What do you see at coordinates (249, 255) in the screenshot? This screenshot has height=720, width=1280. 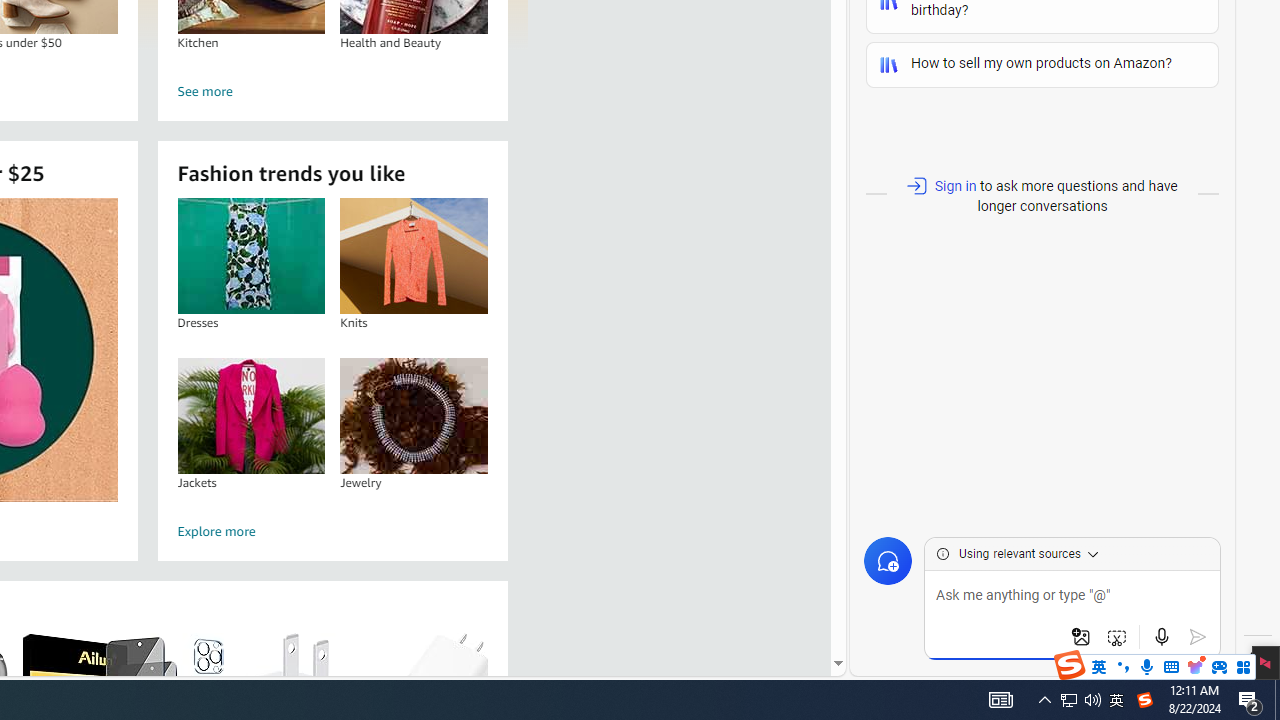 I see `'Dresses'` at bounding box center [249, 255].